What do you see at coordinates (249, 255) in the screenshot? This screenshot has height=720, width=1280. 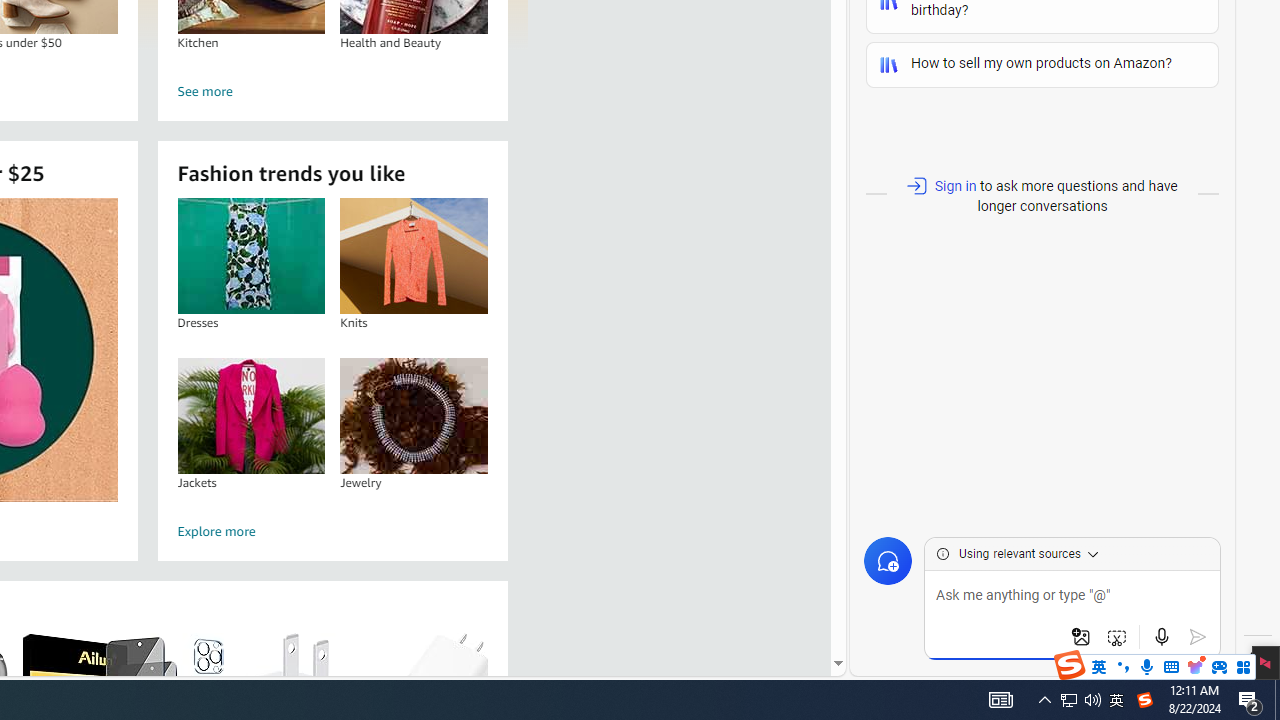 I see `'Dresses'` at bounding box center [249, 255].